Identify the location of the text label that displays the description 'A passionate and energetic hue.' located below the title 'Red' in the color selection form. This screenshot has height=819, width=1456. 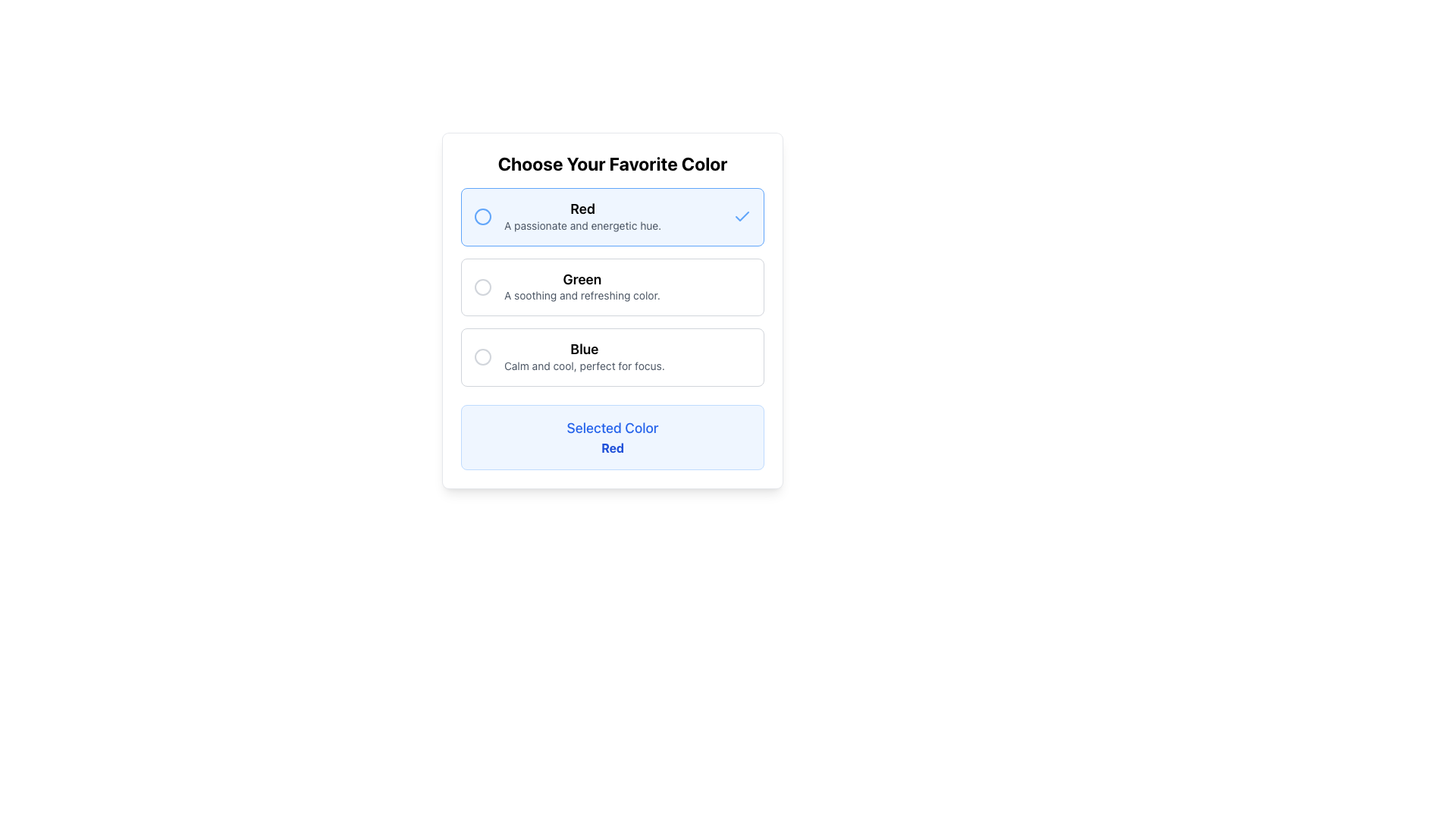
(582, 225).